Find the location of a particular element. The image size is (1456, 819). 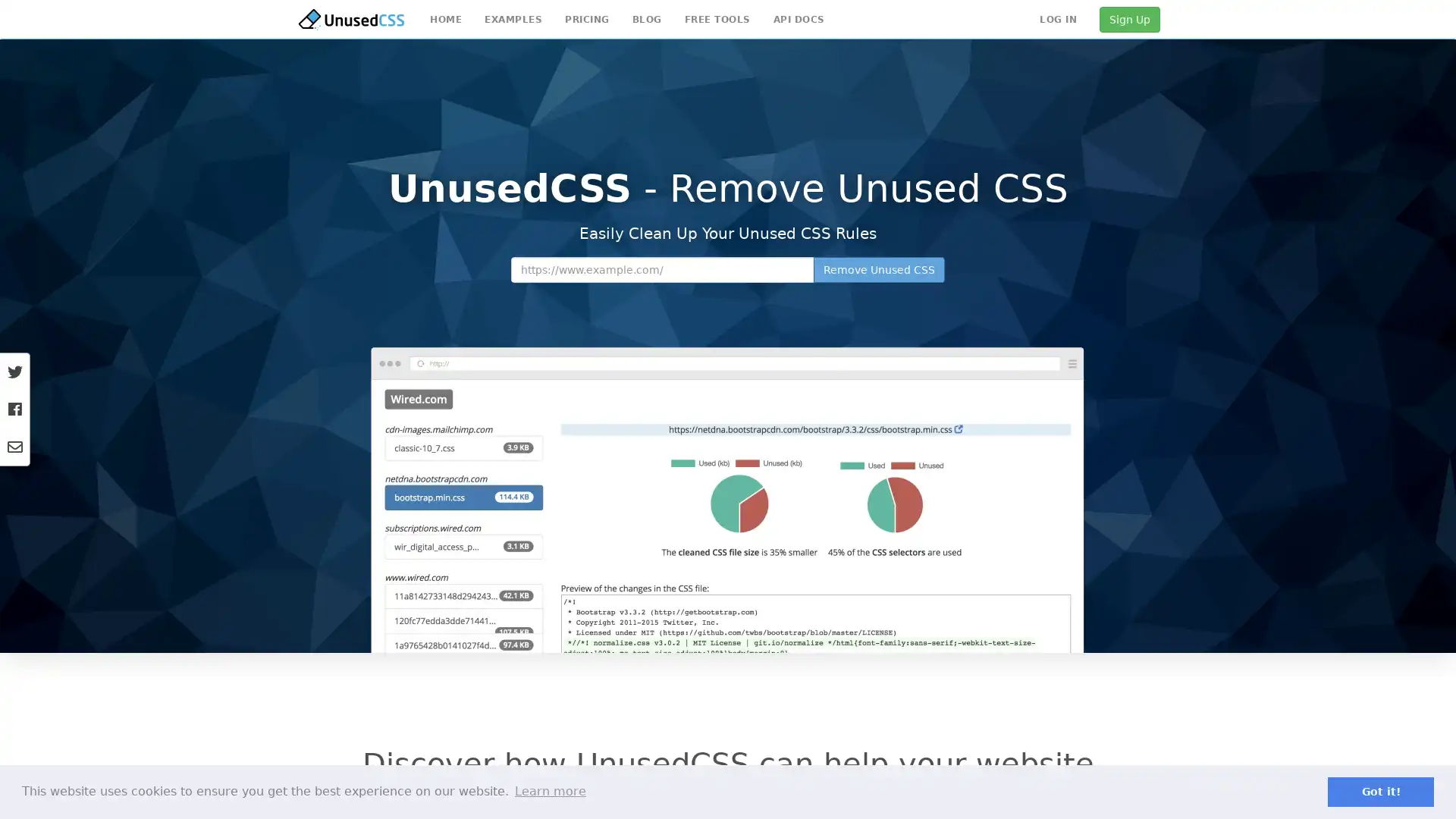

Sign Up is located at coordinates (1129, 20).